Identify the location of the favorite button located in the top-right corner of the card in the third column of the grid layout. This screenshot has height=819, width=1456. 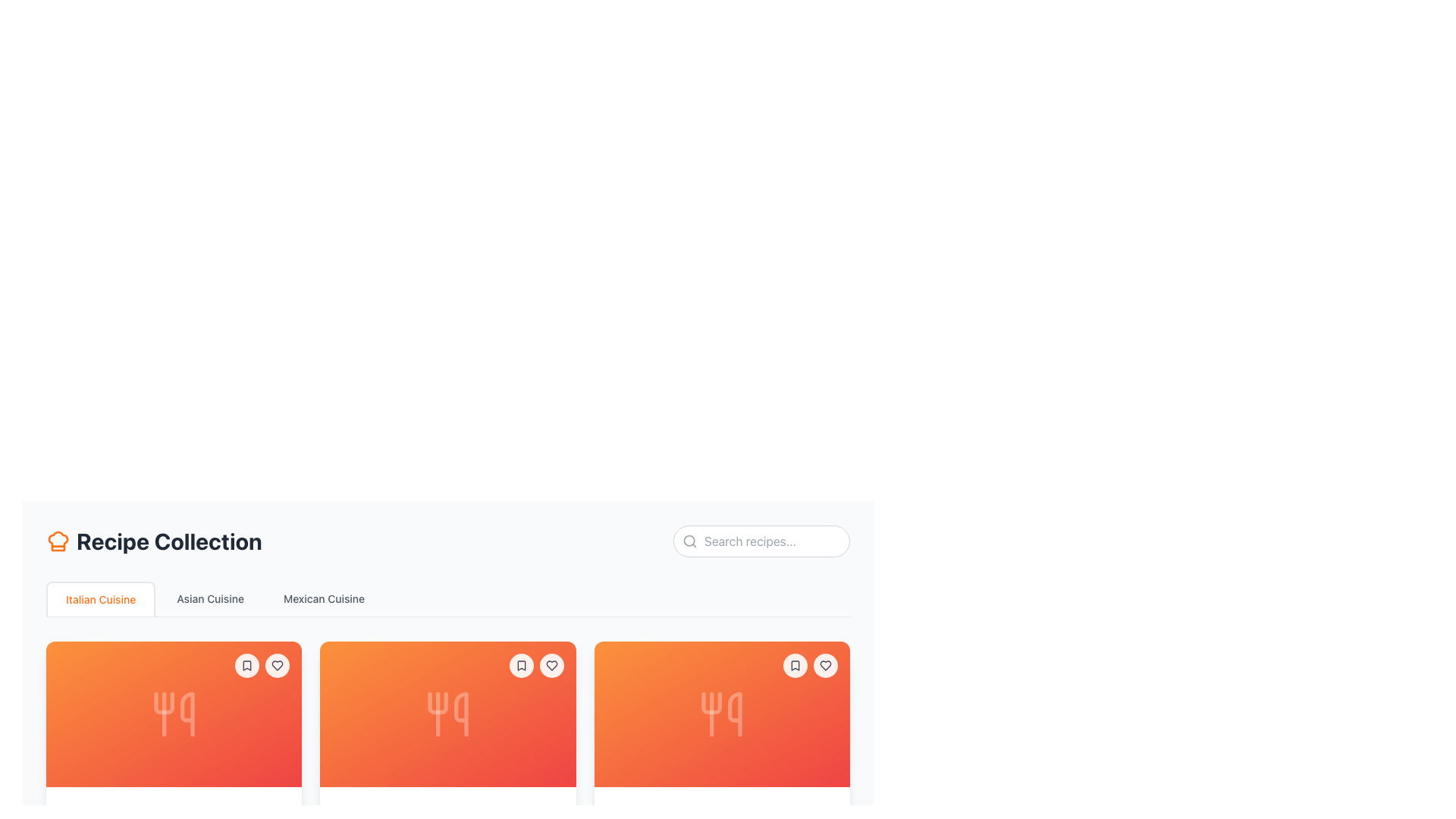
(825, 665).